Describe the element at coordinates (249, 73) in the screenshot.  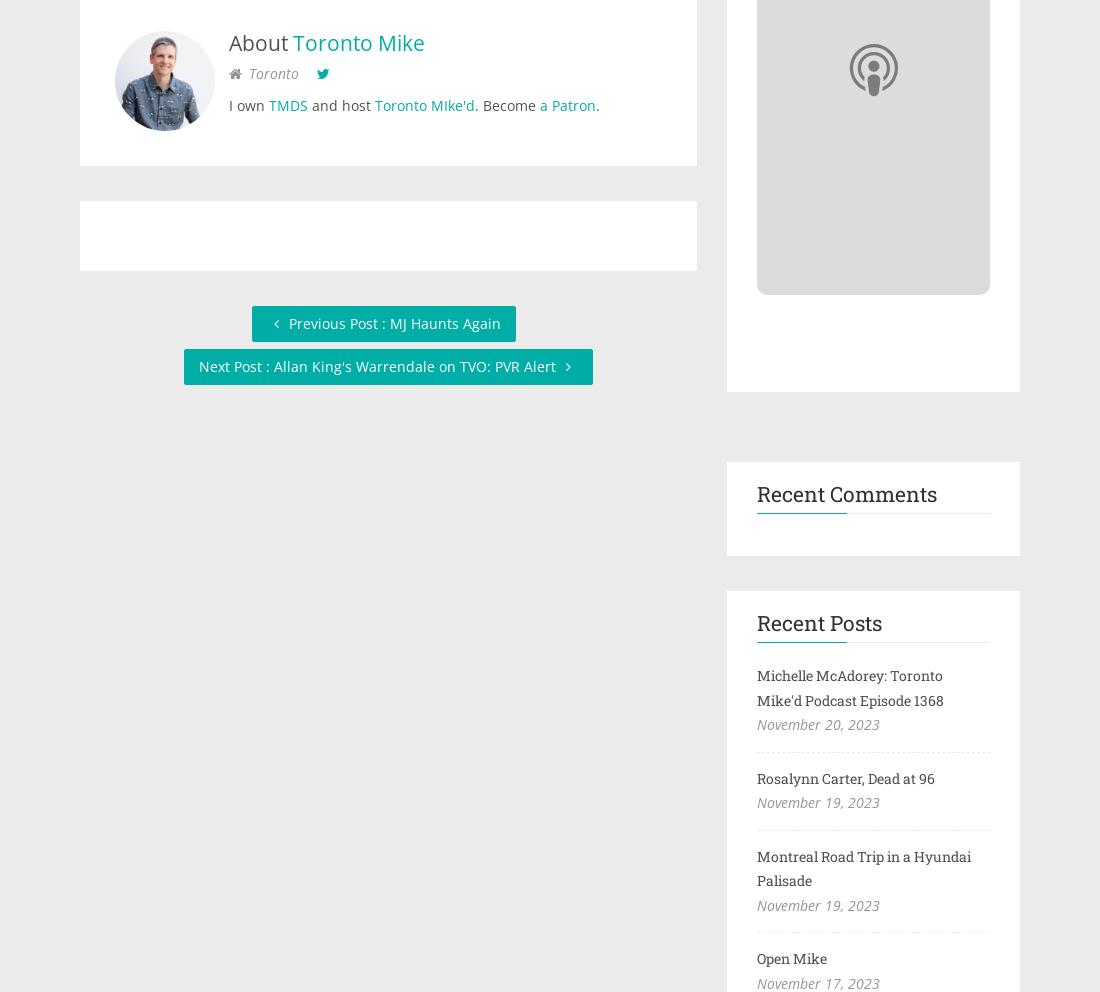
I see `'Toronto'` at that location.